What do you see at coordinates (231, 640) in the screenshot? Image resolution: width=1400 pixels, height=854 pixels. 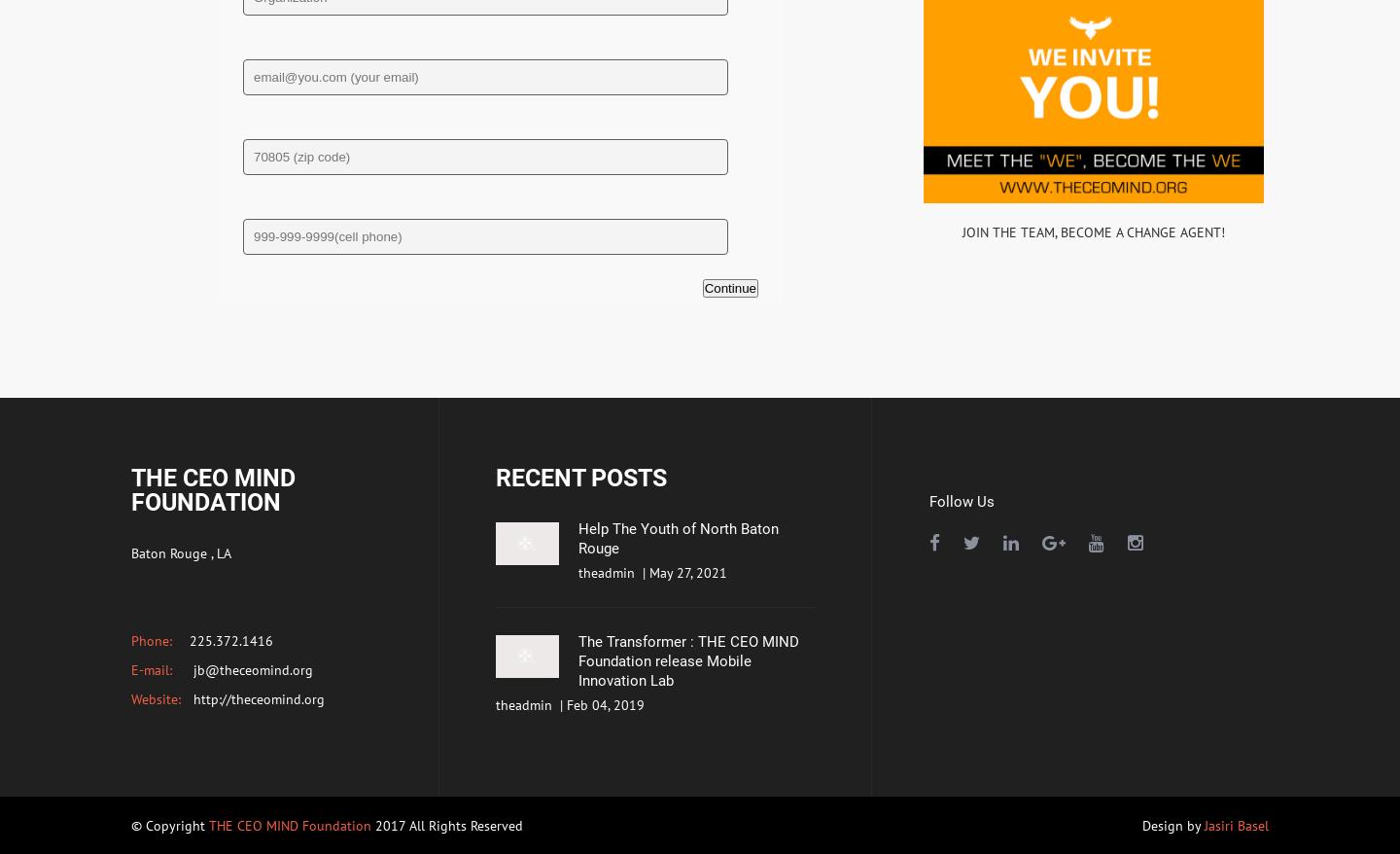 I see `'225.372.1416'` at bounding box center [231, 640].